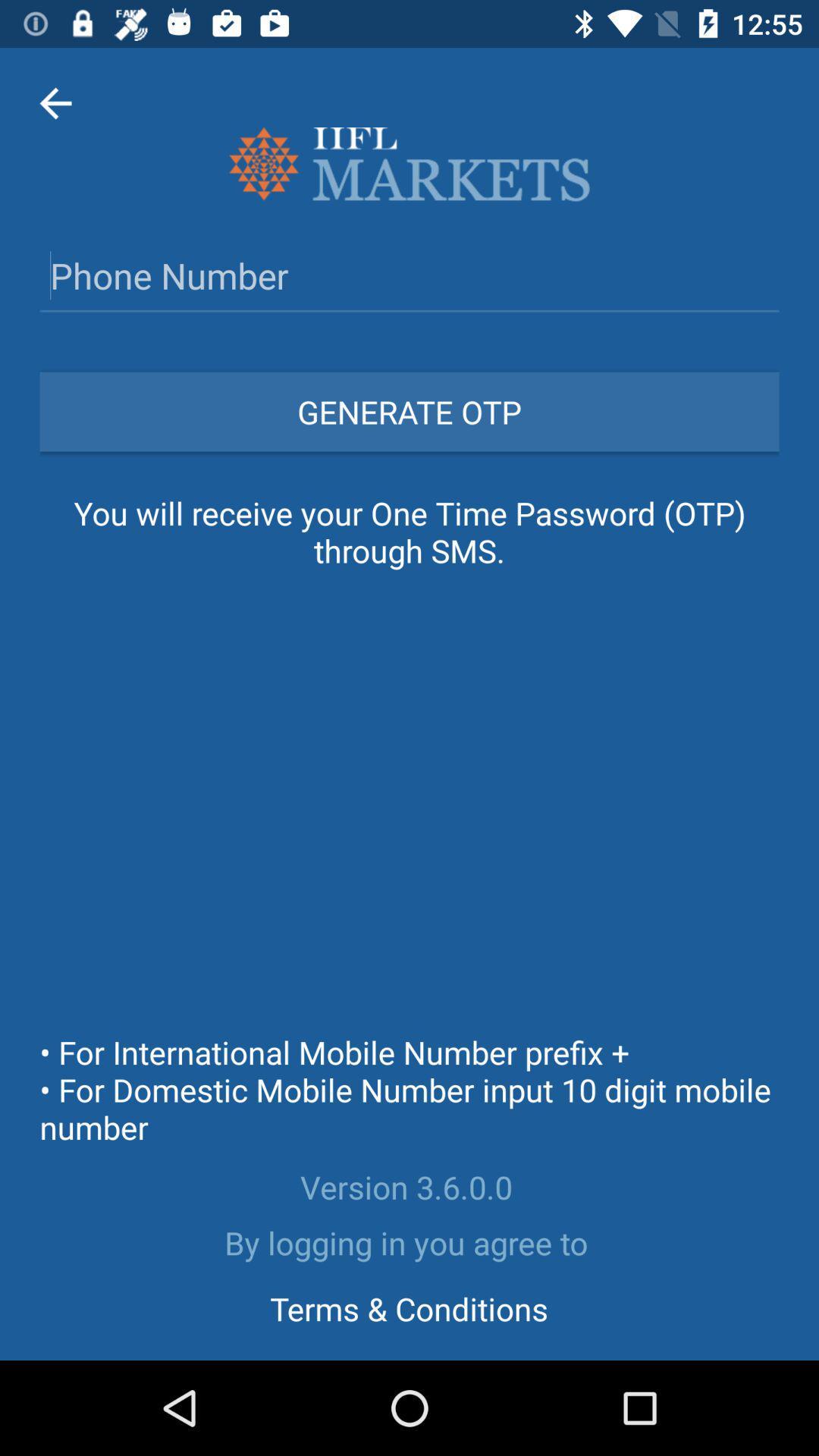 The height and width of the screenshot is (1456, 819). What do you see at coordinates (409, 1242) in the screenshot?
I see `icon above terms & conditions item` at bounding box center [409, 1242].